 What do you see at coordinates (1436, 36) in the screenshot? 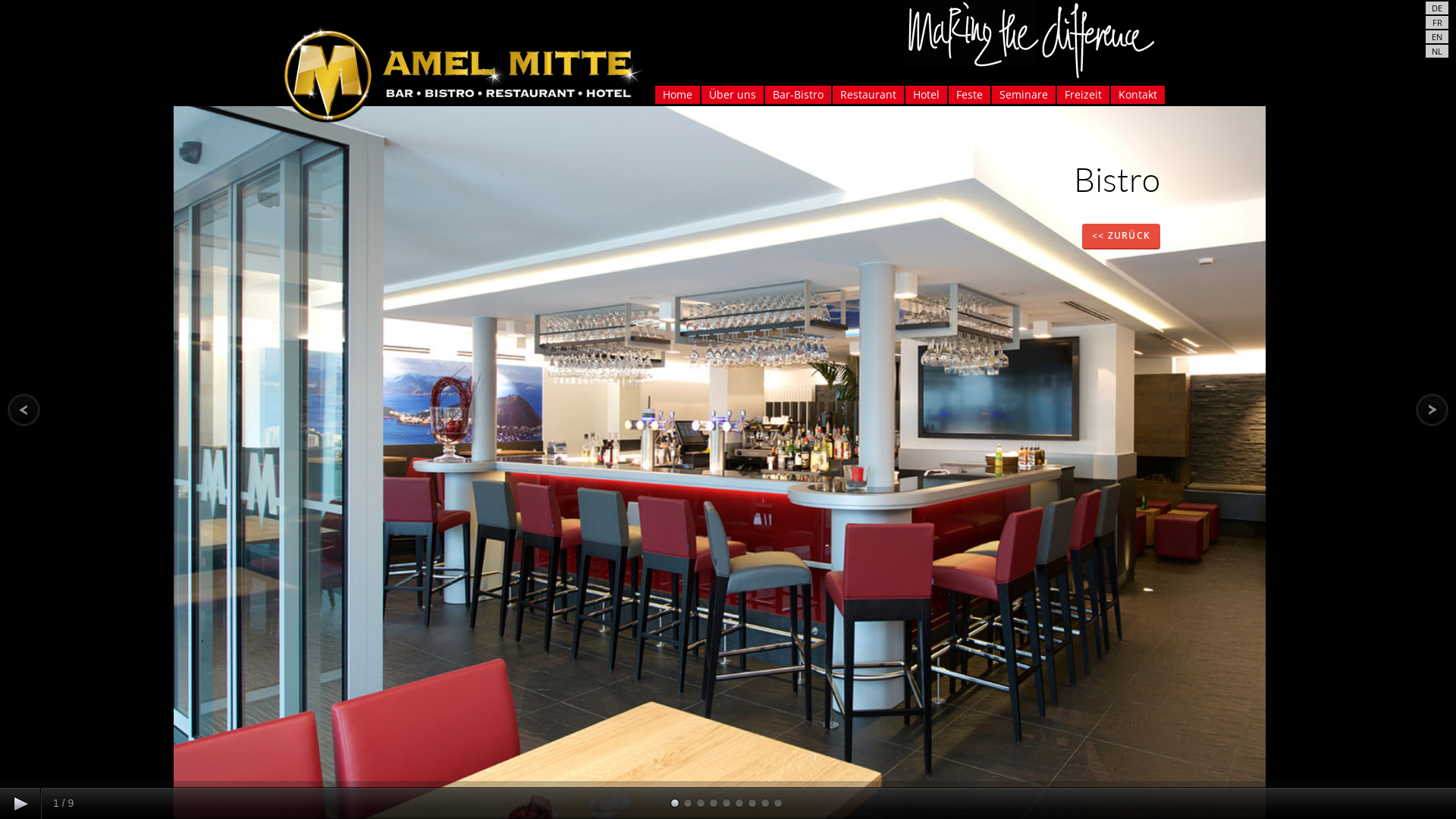
I see `'EN'` at bounding box center [1436, 36].